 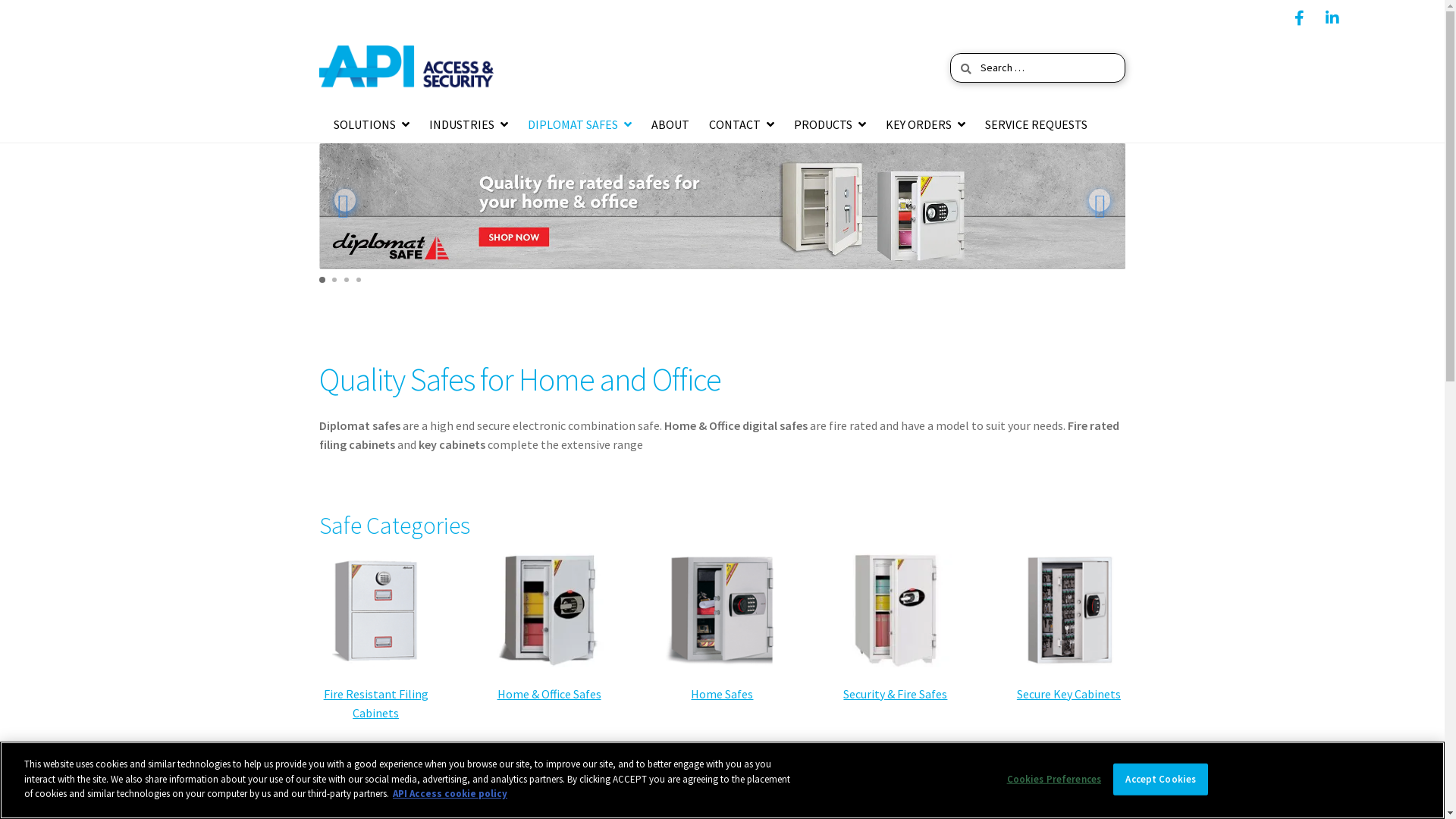 I want to click on 'SERVICE REQUESTS', so click(x=1035, y=124).